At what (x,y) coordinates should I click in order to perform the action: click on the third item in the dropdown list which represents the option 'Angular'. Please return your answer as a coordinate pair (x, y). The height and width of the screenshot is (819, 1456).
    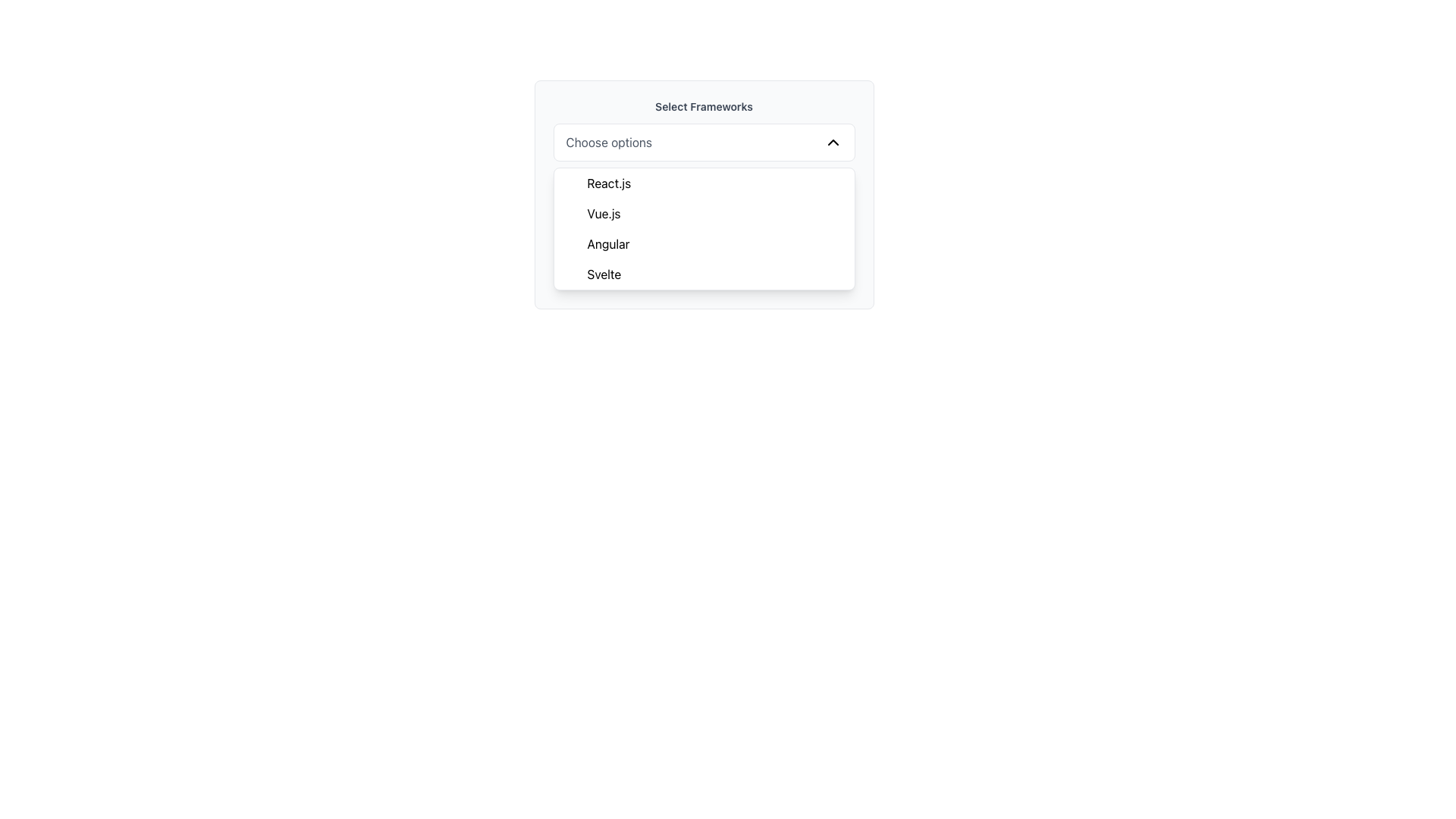
    Looking at the image, I should click on (703, 243).